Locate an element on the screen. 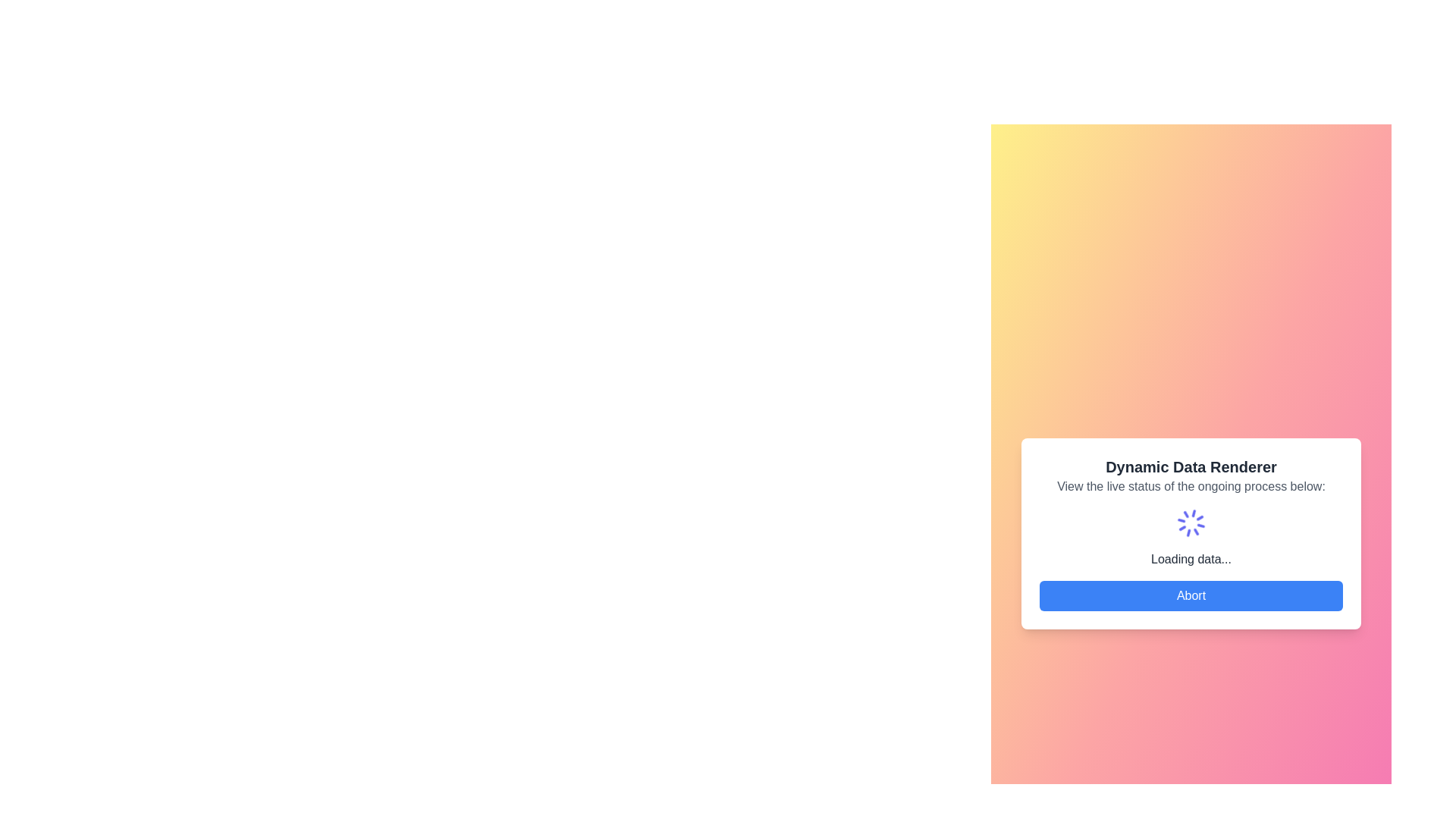 The image size is (1456, 819). the Loader Icon located within the 'Dynamic Data Renderer' modal dialog, positioned below the main subtitle and above the 'Loading data...' text is located at coordinates (1190, 522).